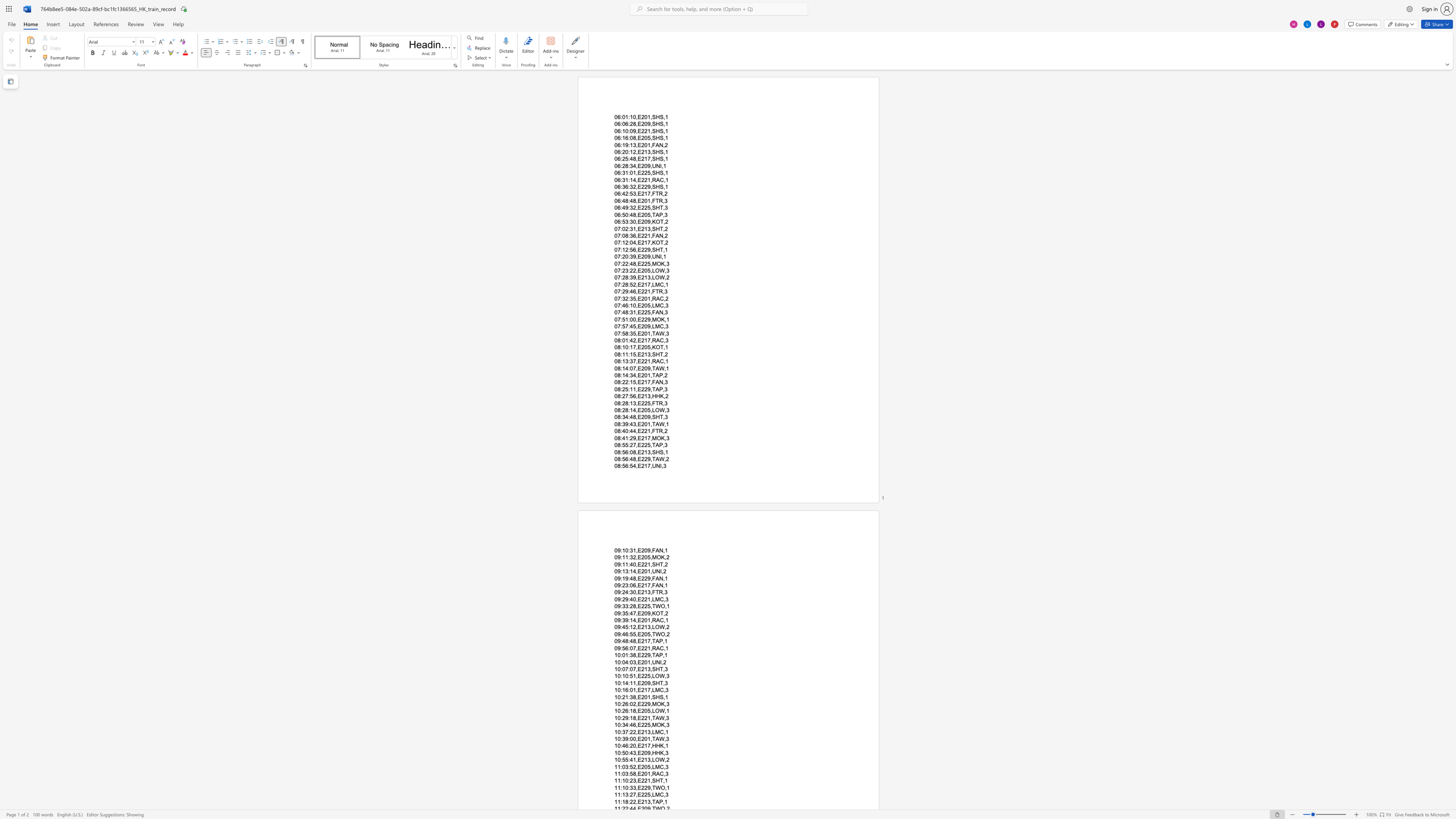 The width and height of the screenshot is (1456, 819). I want to click on the subset text ",E20" within the text "10:04:03,E201,UNI,2", so click(635, 662).